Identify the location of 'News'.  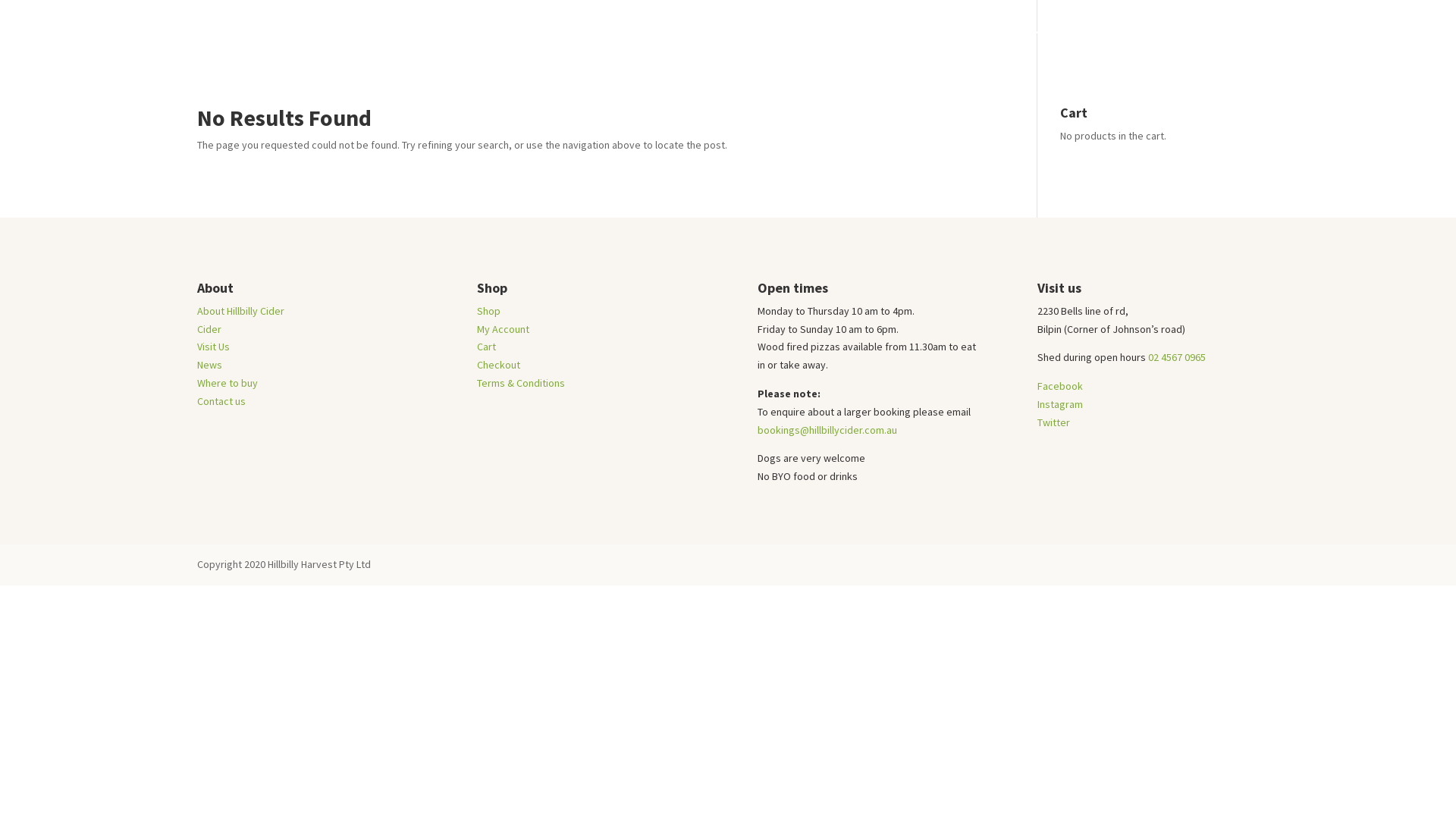
(209, 365).